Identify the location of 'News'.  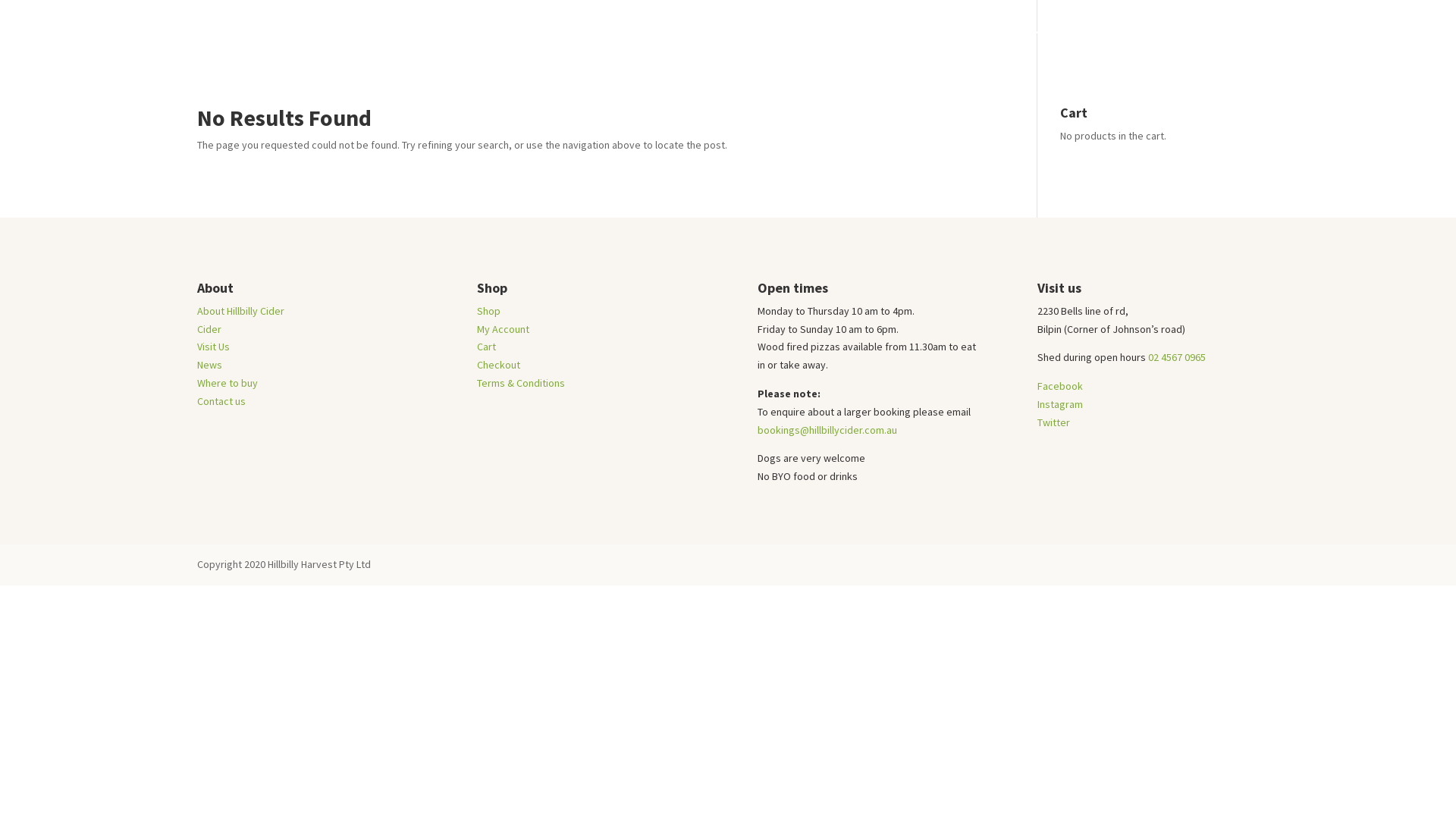
(209, 365).